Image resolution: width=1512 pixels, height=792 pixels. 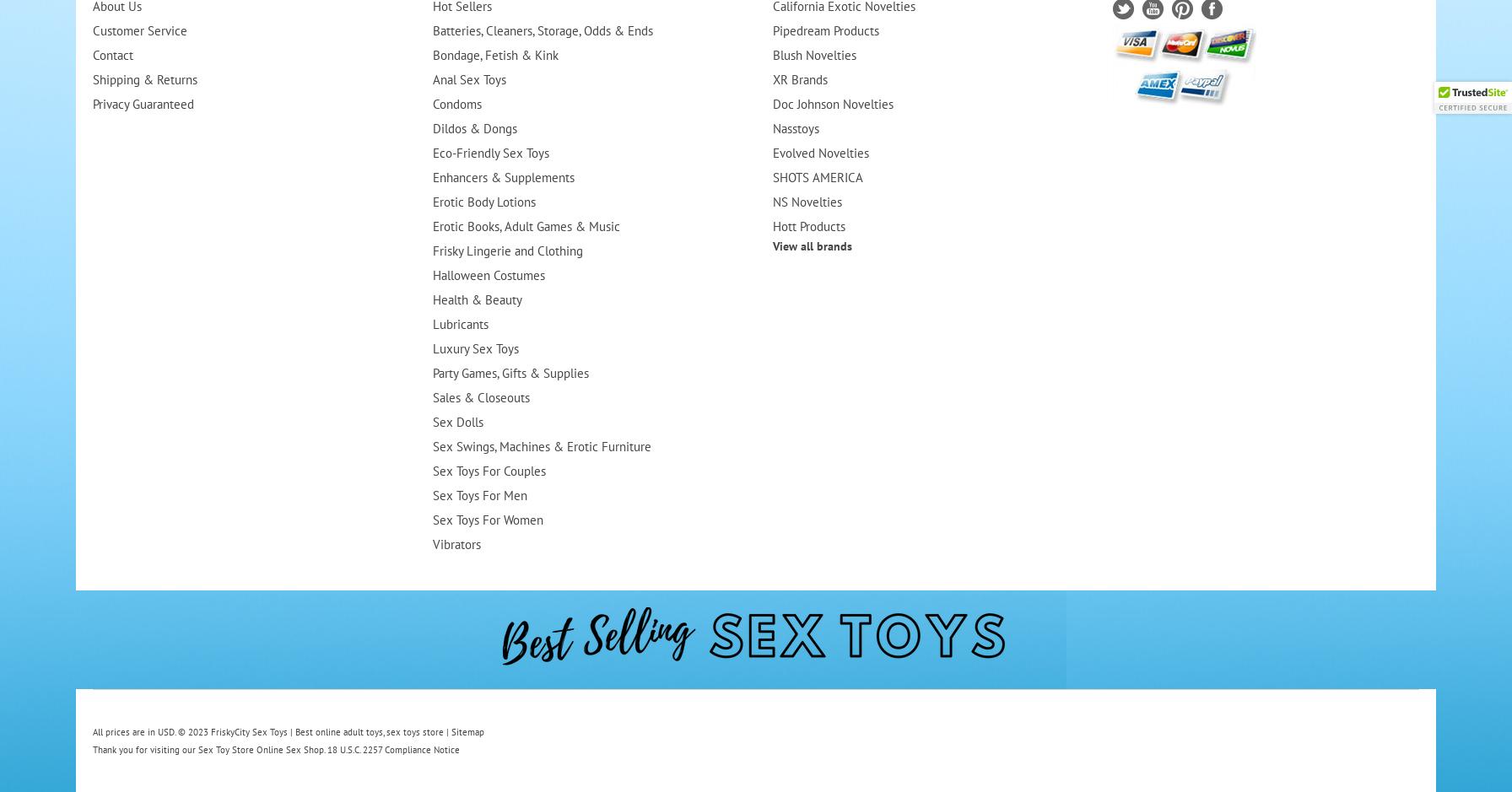 What do you see at coordinates (771, 176) in the screenshot?
I see `'SHOTS AMERICA'` at bounding box center [771, 176].